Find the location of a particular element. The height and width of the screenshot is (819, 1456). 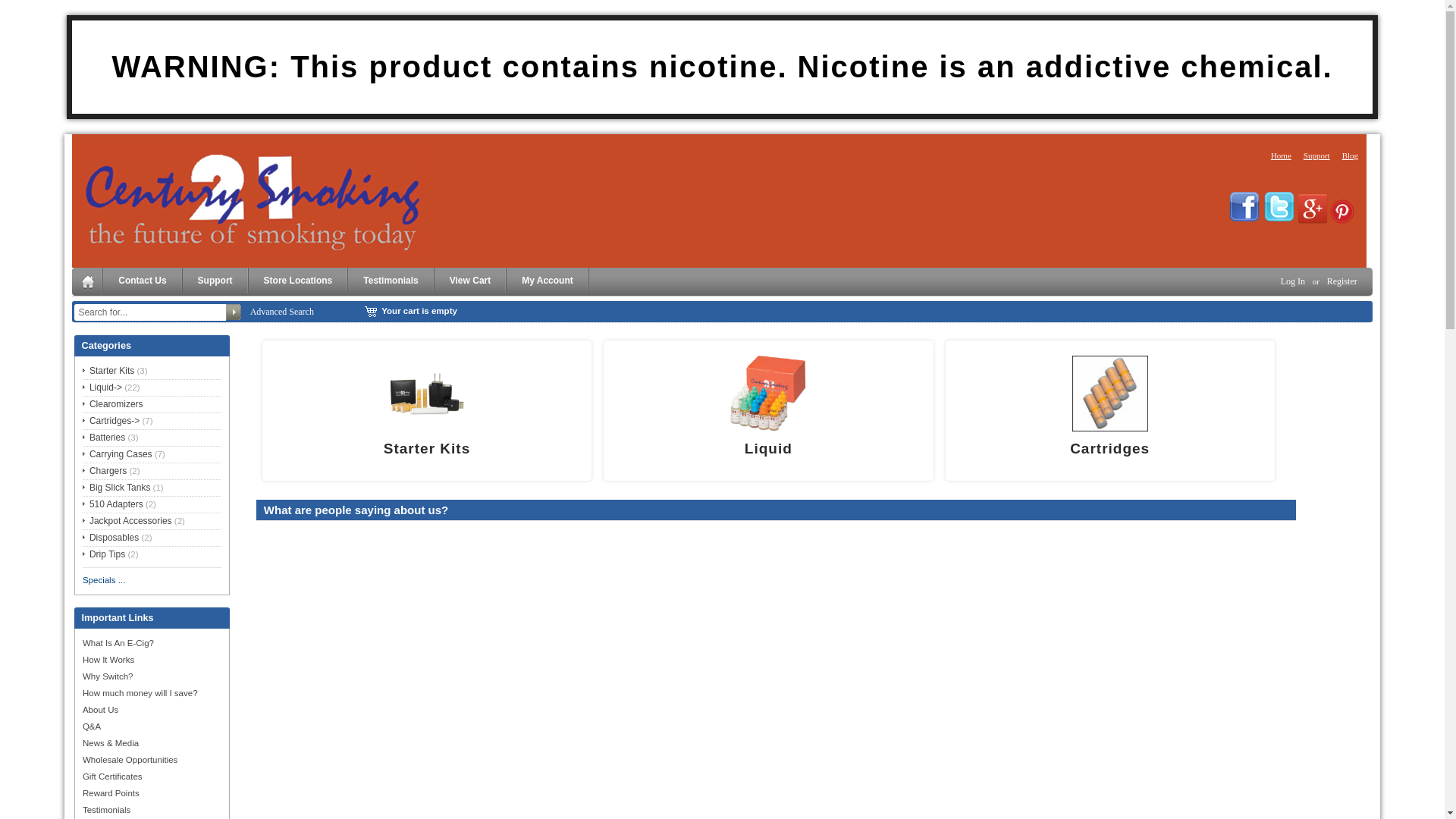

'Support' is located at coordinates (1302, 155).